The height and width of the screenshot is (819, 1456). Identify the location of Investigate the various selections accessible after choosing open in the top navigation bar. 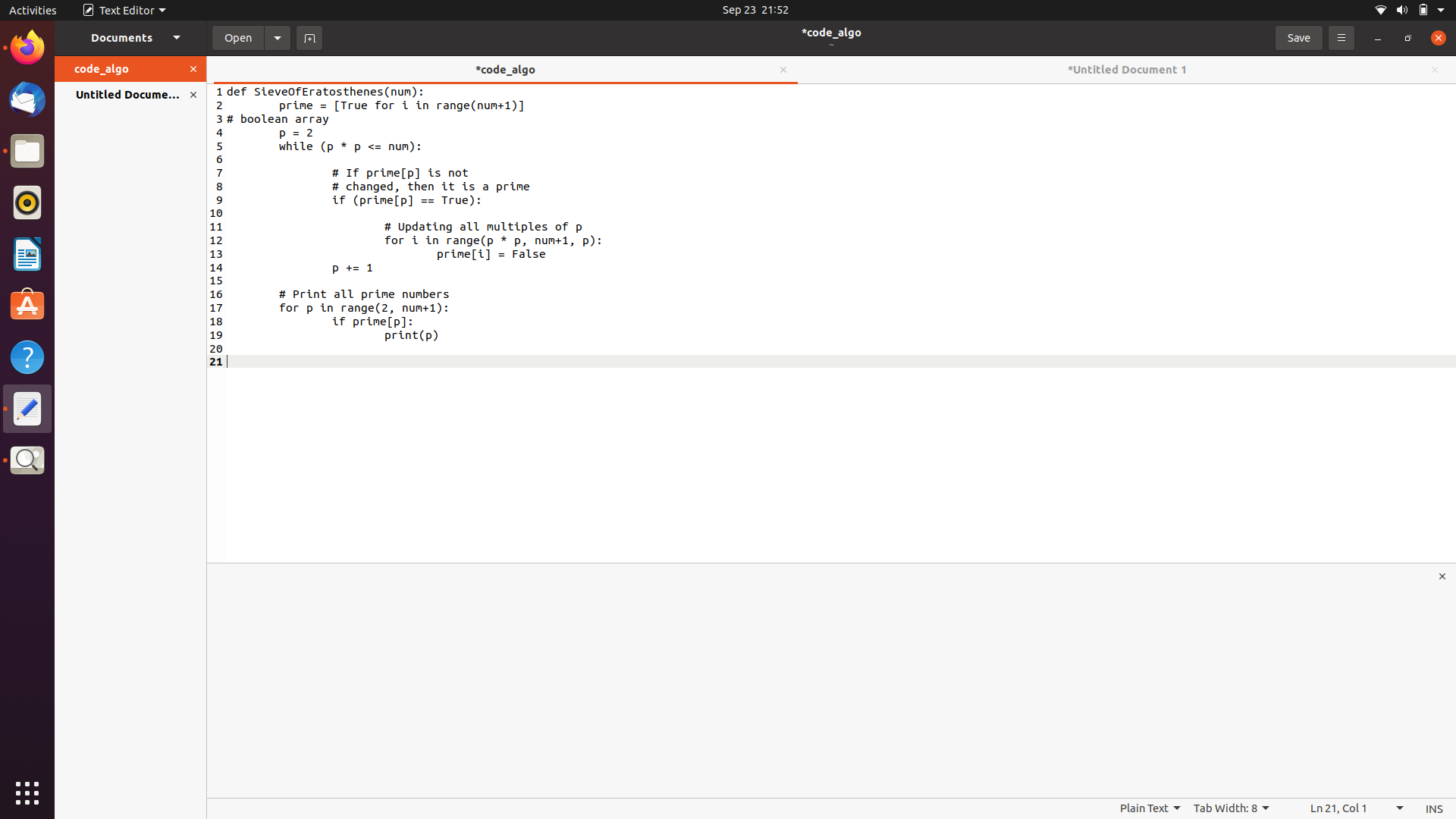
(278, 36).